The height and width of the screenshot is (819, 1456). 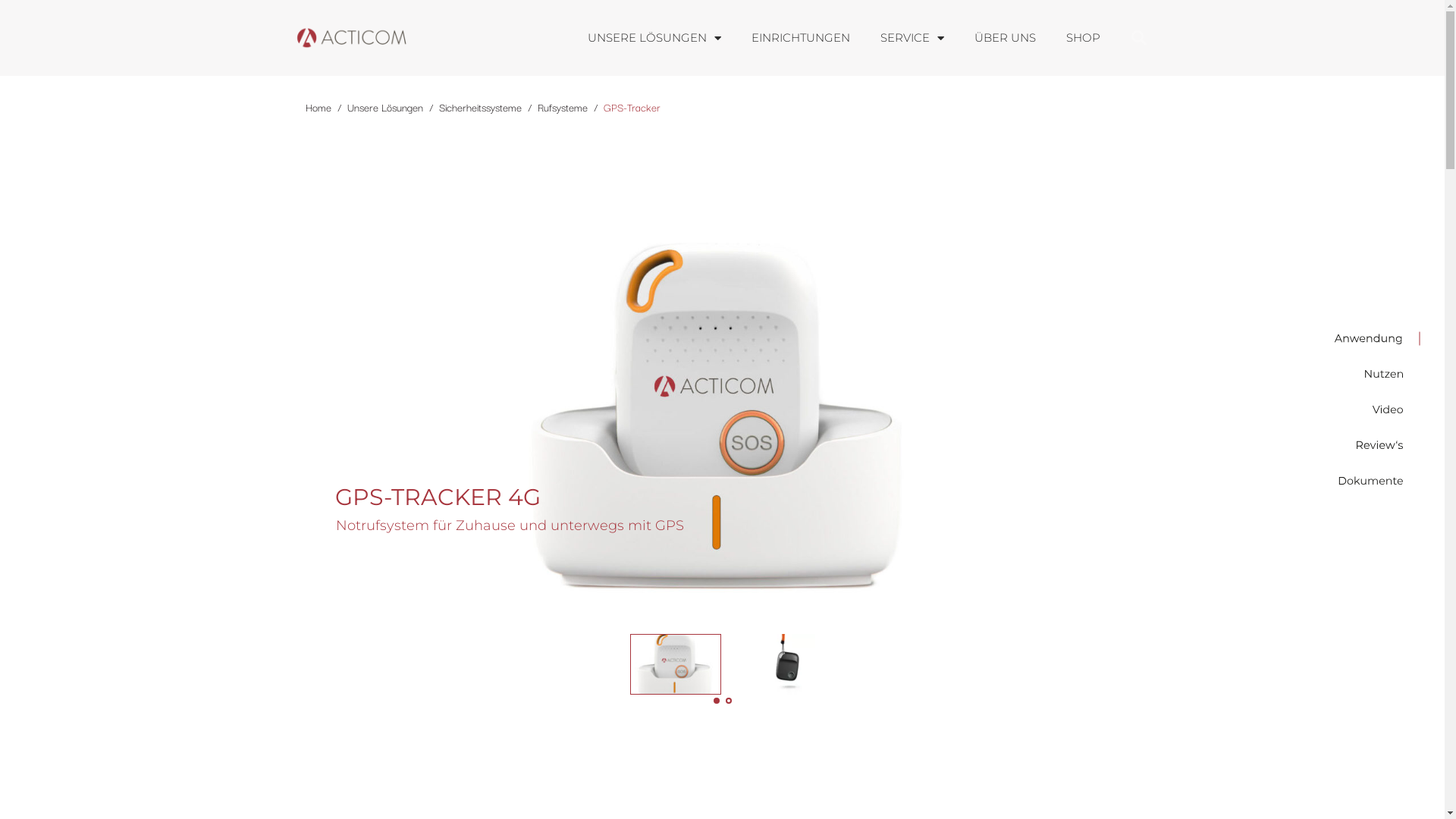 What do you see at coordinates (479, 106) in the screenshot?
I see `'Sicherheitssysteme'` at bounding box center [479, 106].